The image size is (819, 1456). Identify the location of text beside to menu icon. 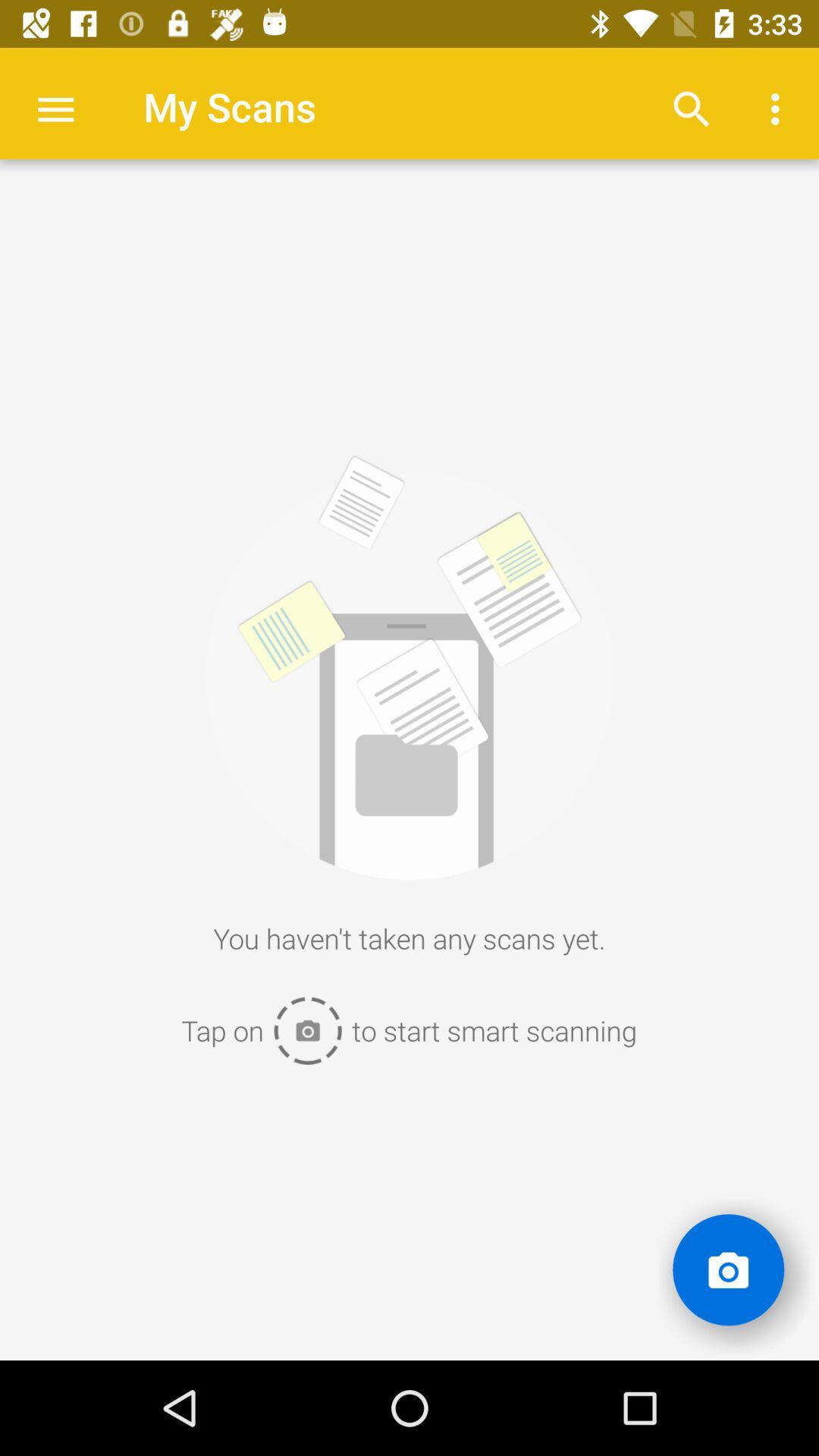
(230, 105).